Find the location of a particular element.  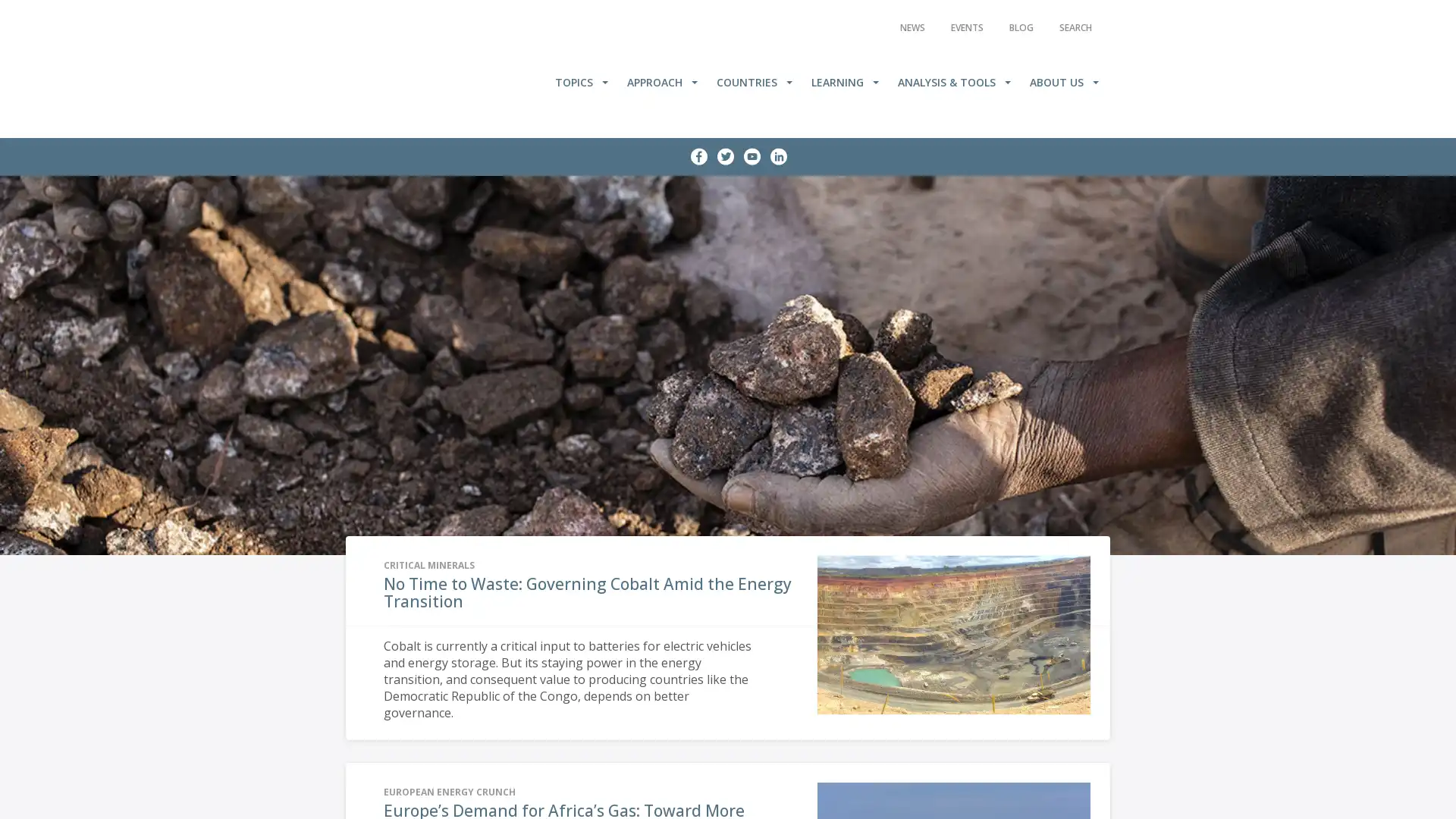

Search is located at coordinates (1313, 28).